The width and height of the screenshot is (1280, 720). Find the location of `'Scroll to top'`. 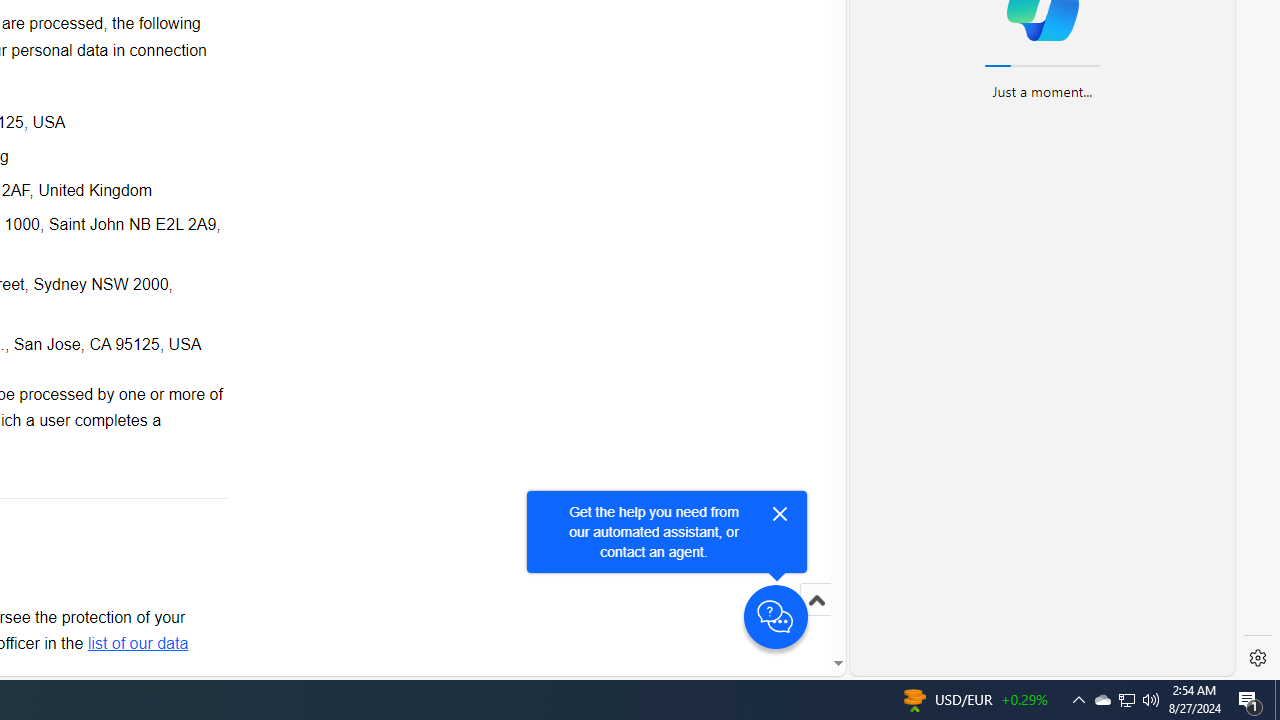

'Scroll to top' is located at coordinates (816, 620).